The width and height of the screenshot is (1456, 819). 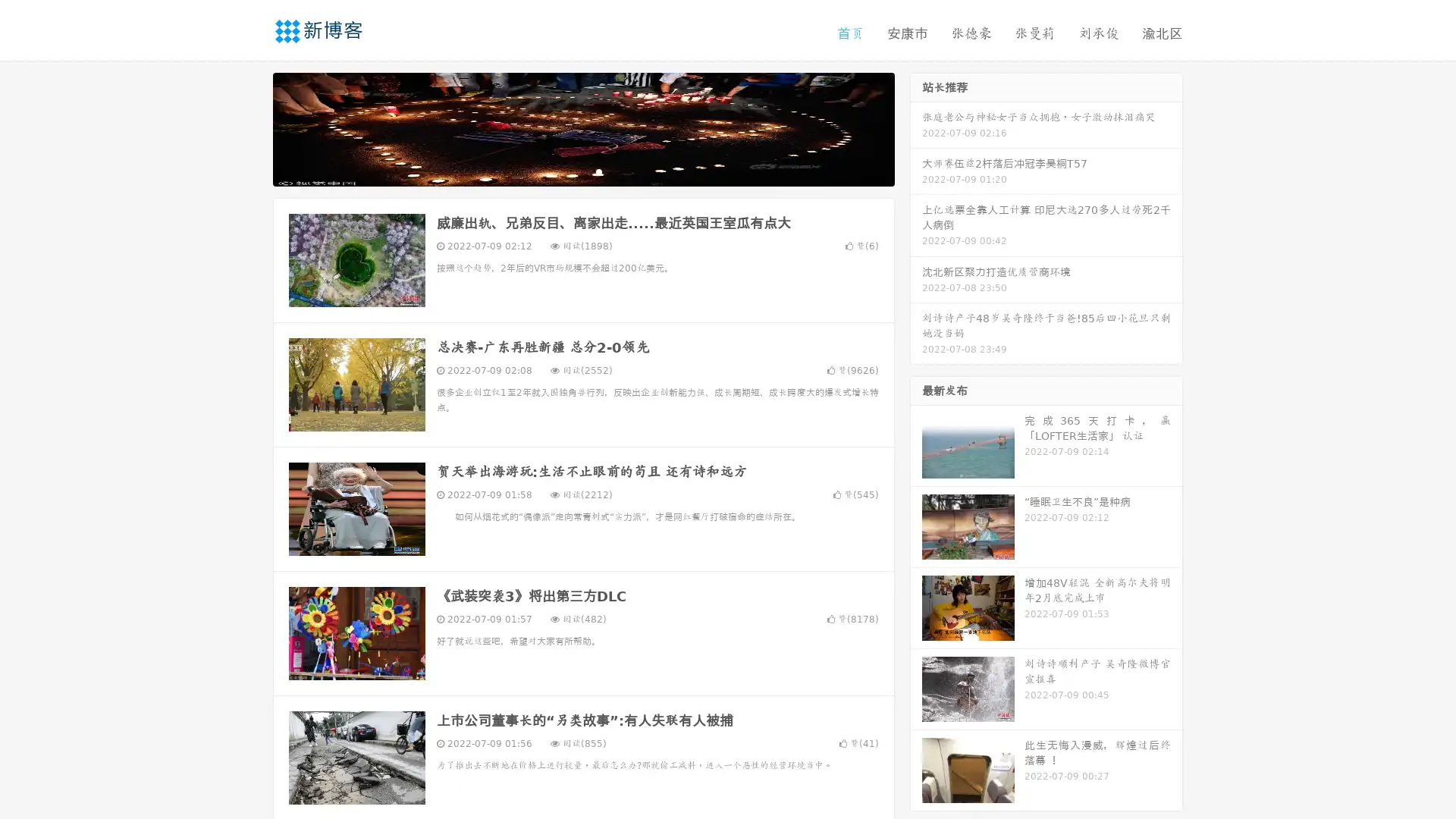 What do you see at coordinates (916, 127) in the screenshot?
I see `Next slide` at bounding box center [916, 127].